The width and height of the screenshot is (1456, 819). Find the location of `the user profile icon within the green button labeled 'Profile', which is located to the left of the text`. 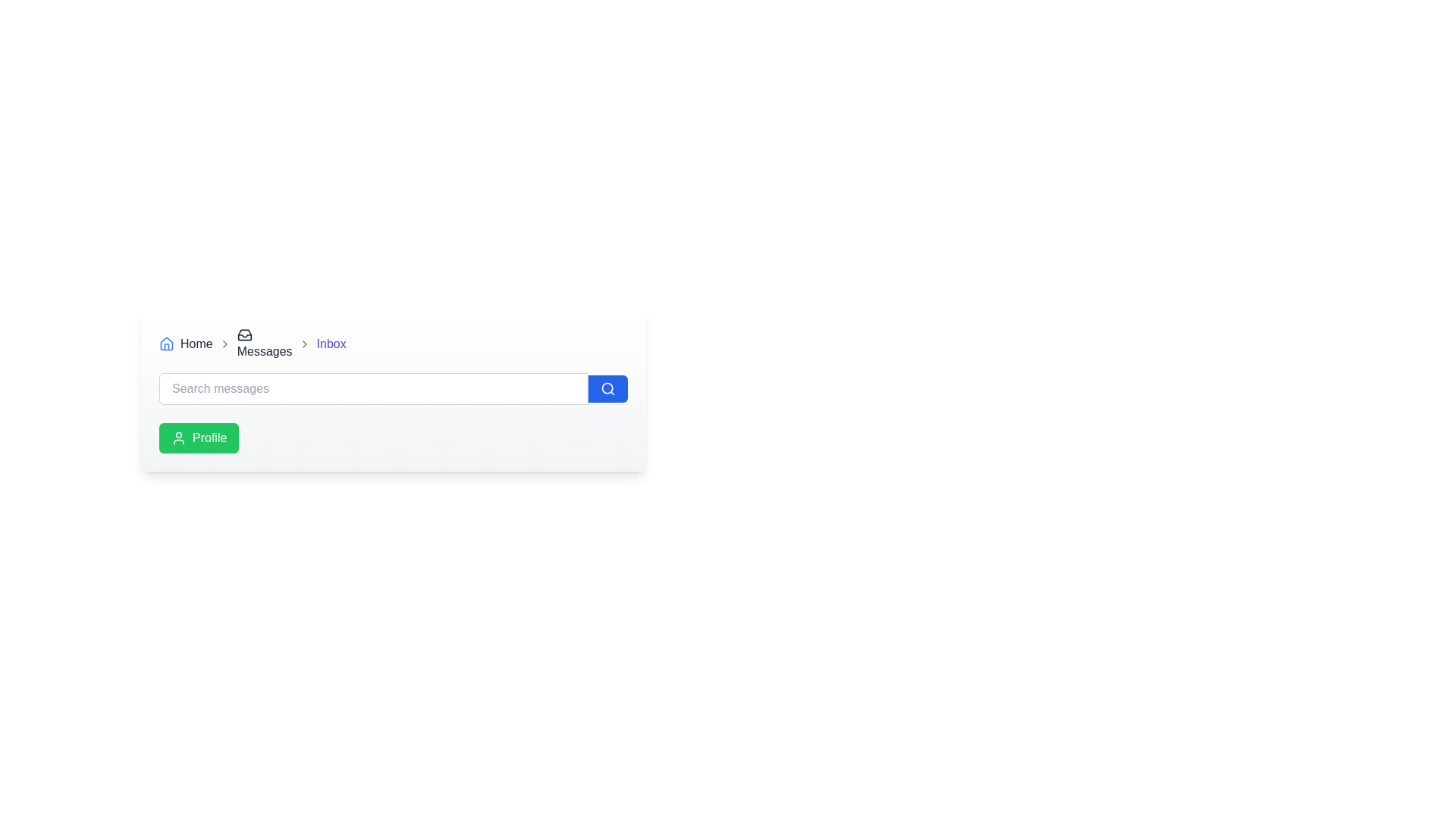

the user profile icon within the green button labeled 'Profile', which is located to the left of the text is located at coordinates (178, 438).